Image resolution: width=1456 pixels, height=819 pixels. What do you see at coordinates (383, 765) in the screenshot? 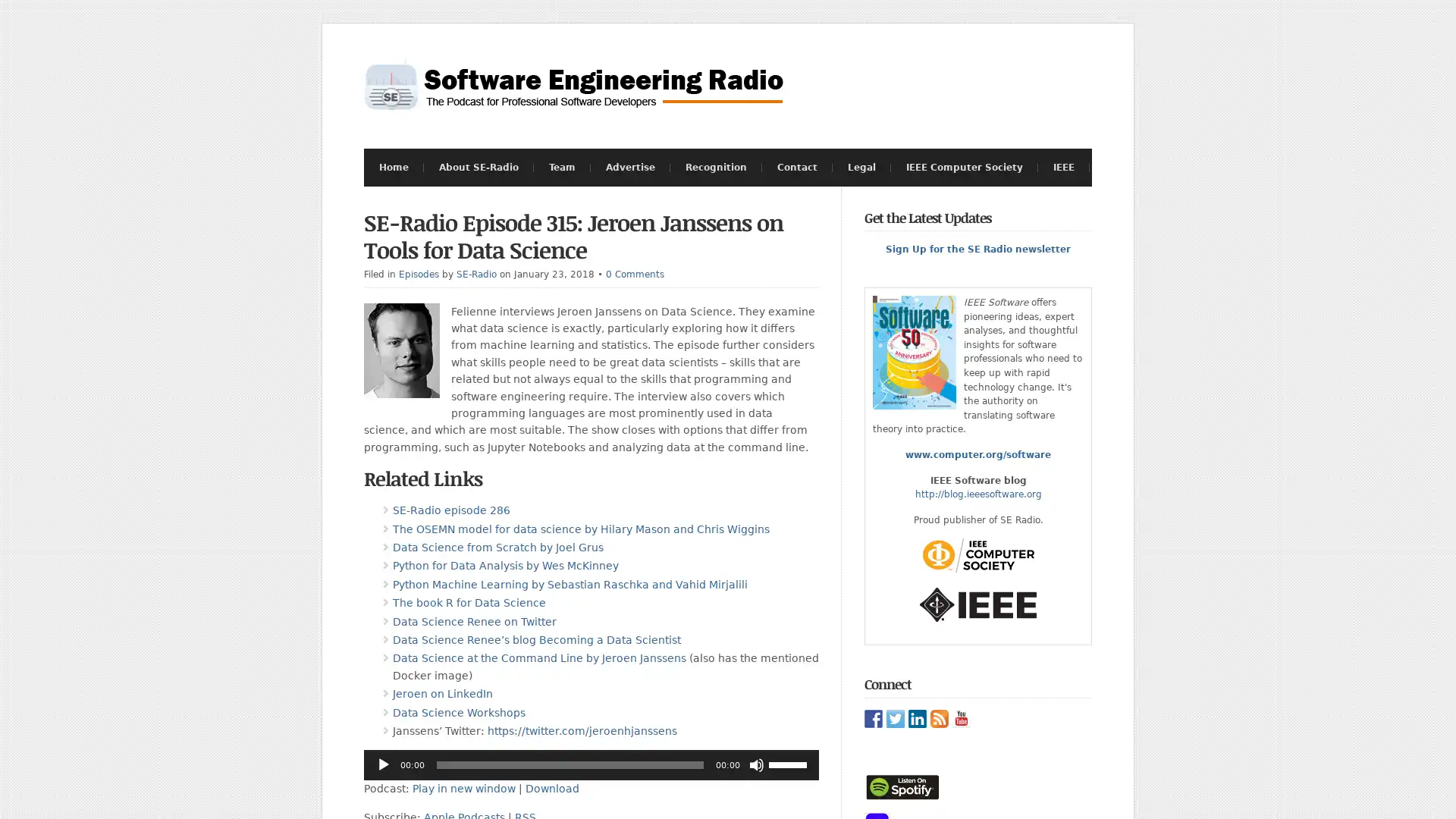
I see `Play` at bounding box center [383, 765].